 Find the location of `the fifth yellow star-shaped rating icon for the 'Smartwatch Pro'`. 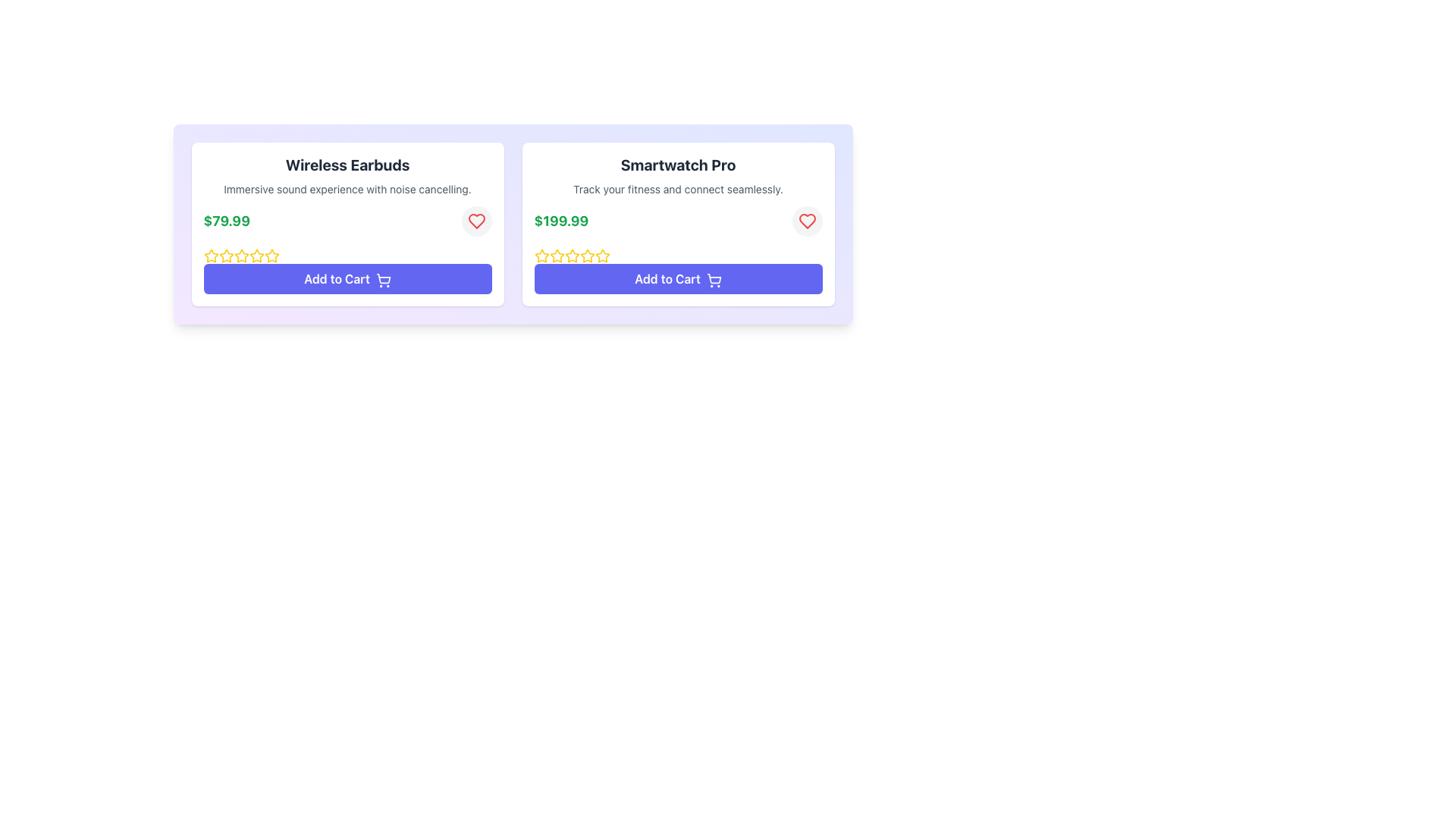

the fifth yellow star-shaped rating icon for the 'Smartwatch Pro' is located at coordinates (601, 256).